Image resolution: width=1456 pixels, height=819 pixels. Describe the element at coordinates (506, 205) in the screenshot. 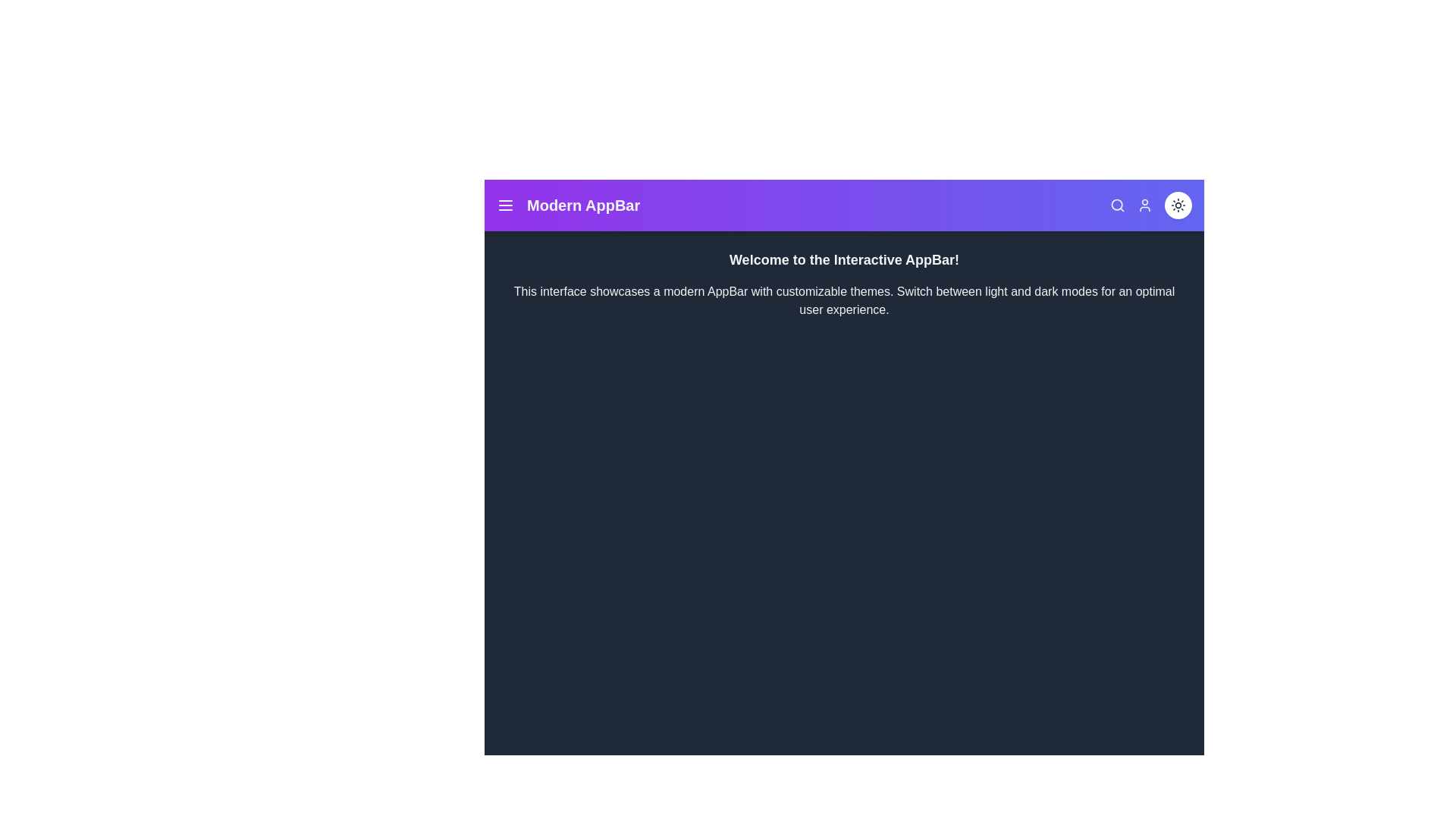

I see `the menu icon to toggle the menu` at that location.